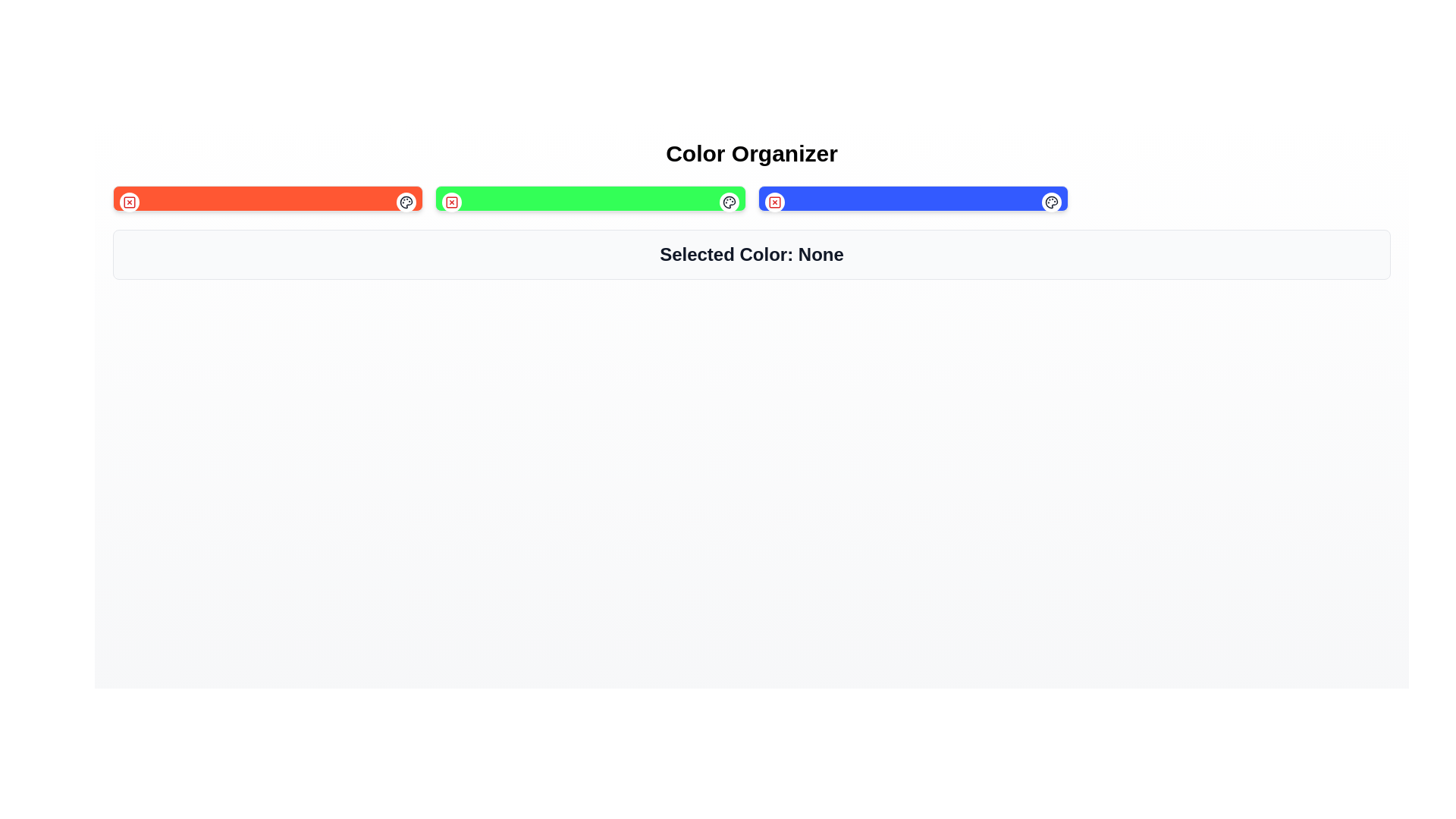 The width and height of the screenshot is (1456, 819). What do you see at coordinates (729, 201) in the screenshot?
I see `the palette icon with a hollow outline and circular indentations, located at the top-right corner of the green color bar` at bounding box center [729, 201].